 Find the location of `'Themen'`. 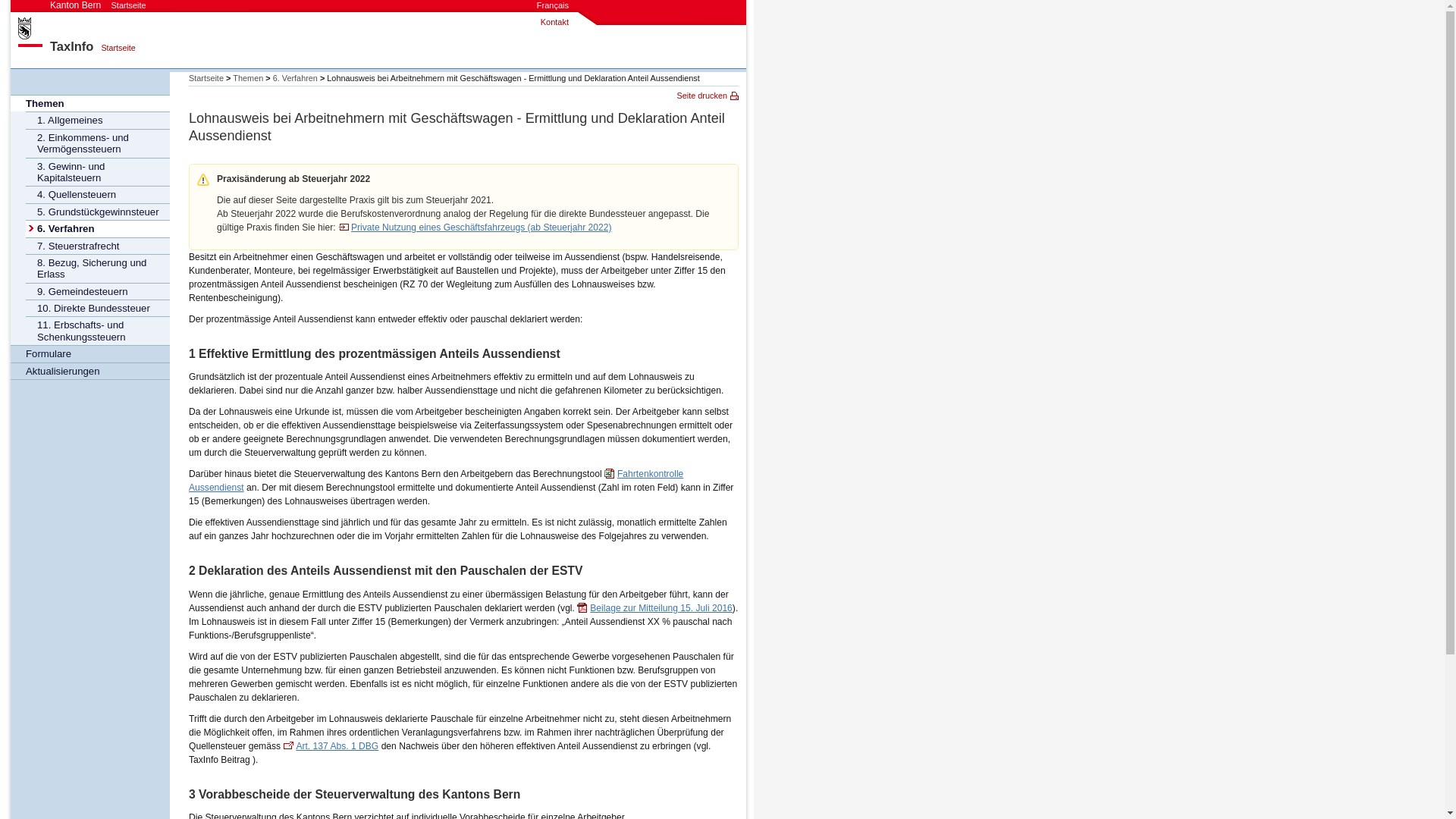

'Themen' is located at coordinates (89, 102).